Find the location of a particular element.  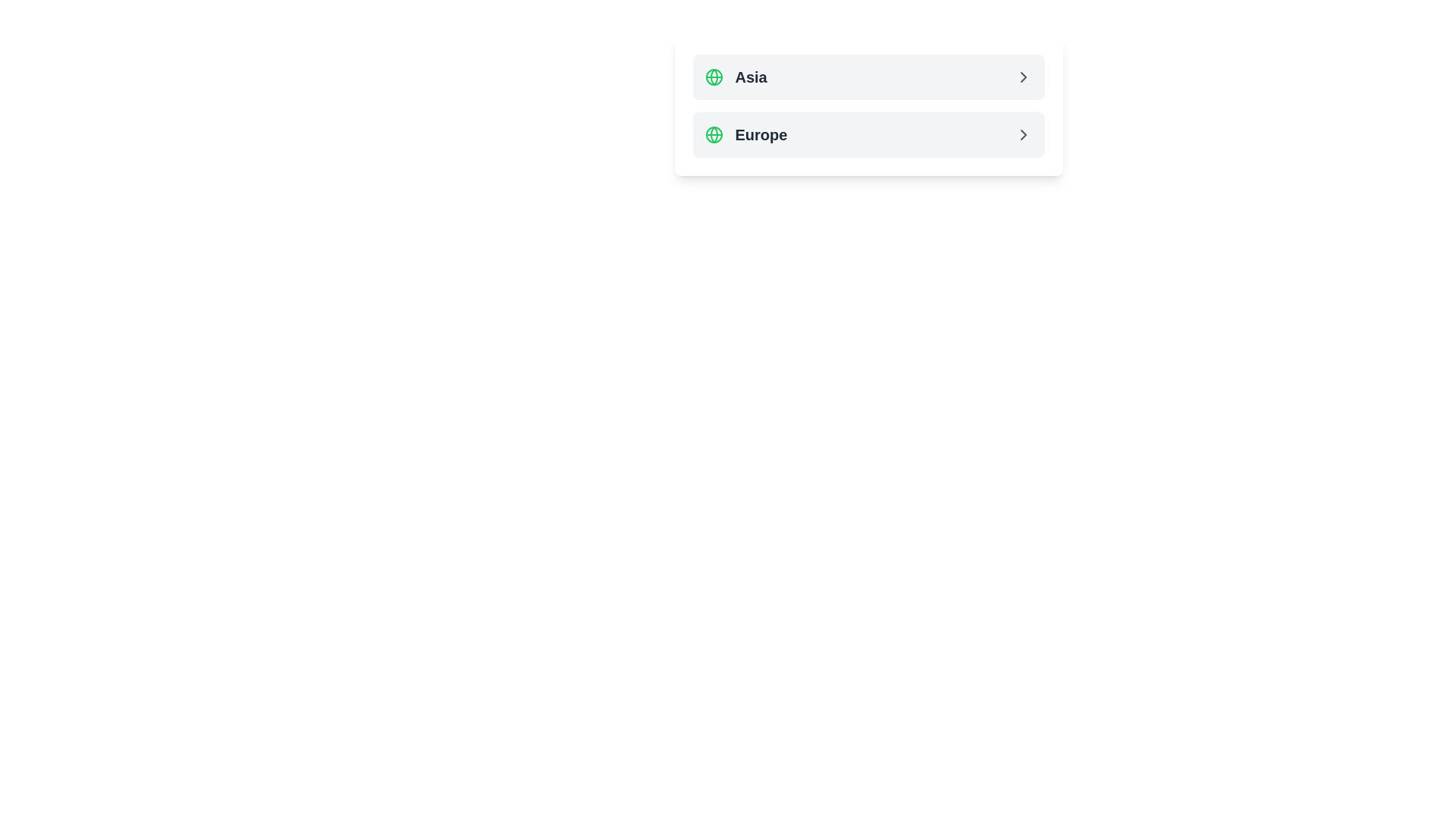

the green globe icon located immediately to the left of the text 'Asia' in the top row of a list is located at coordinates (713, 77).